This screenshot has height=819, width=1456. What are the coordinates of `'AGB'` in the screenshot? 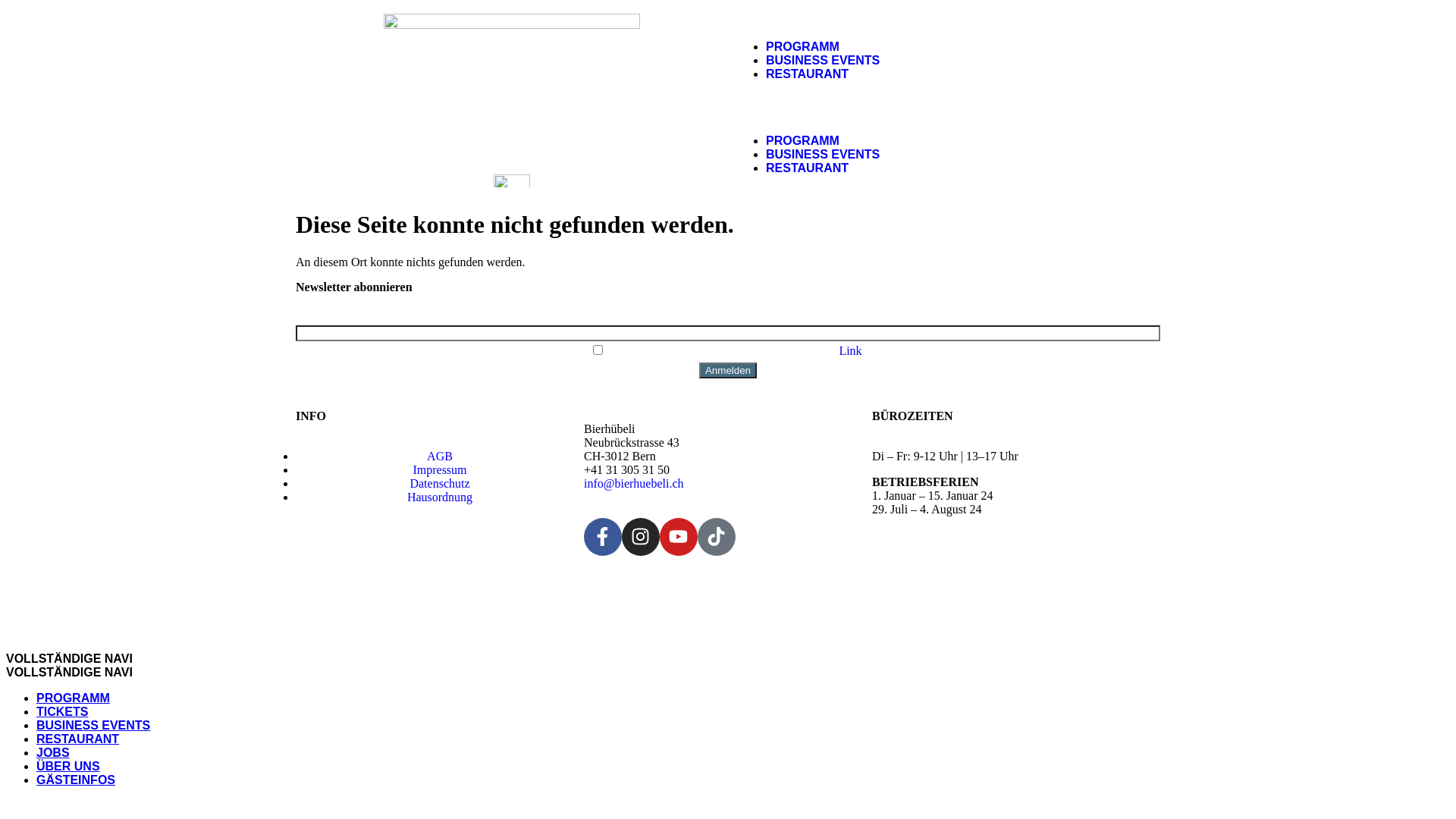 It's located at (439, 455).